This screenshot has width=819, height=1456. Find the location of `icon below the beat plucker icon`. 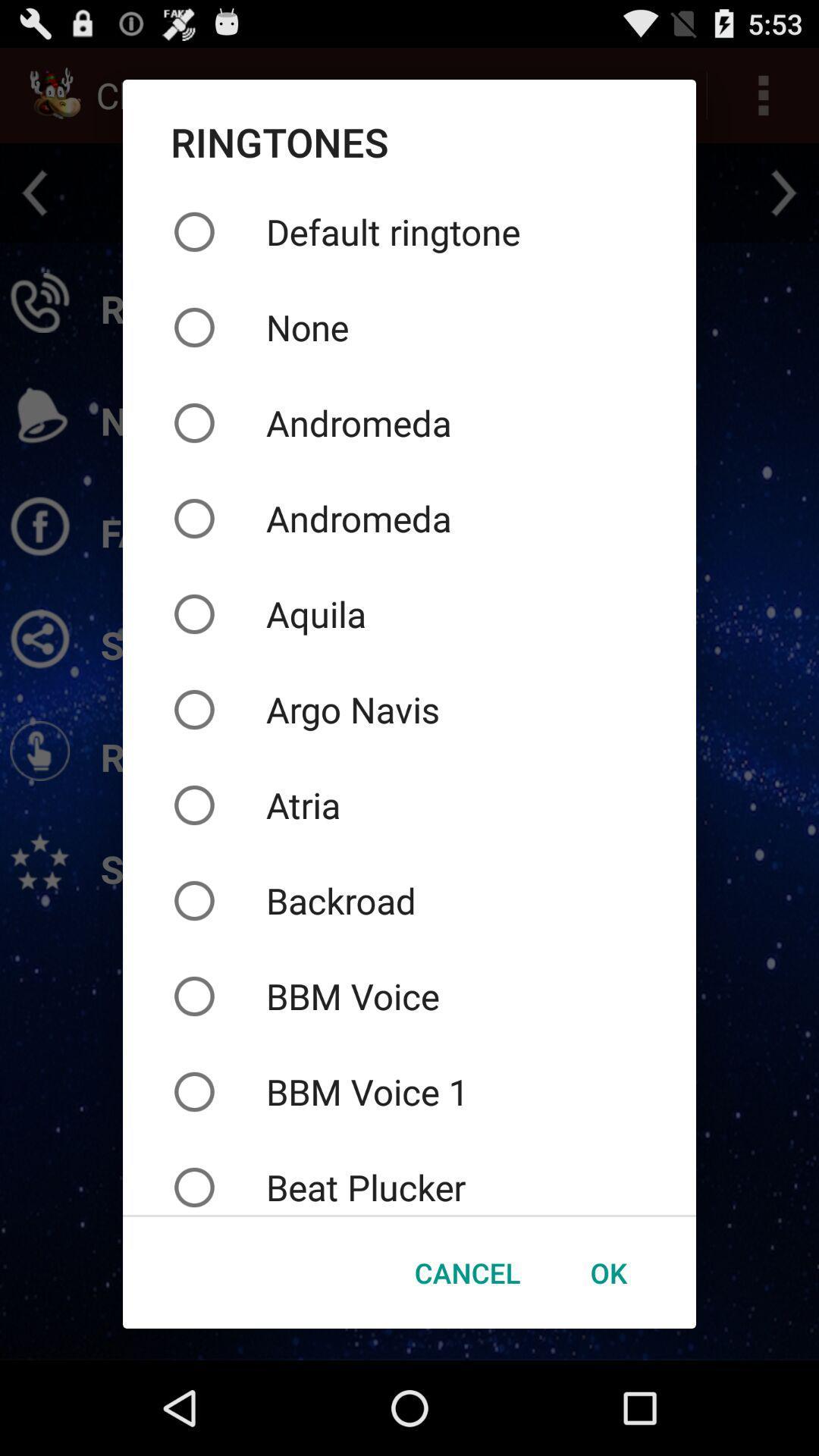

icon below the beat plucker icon is located at coordinates (466, 1272).